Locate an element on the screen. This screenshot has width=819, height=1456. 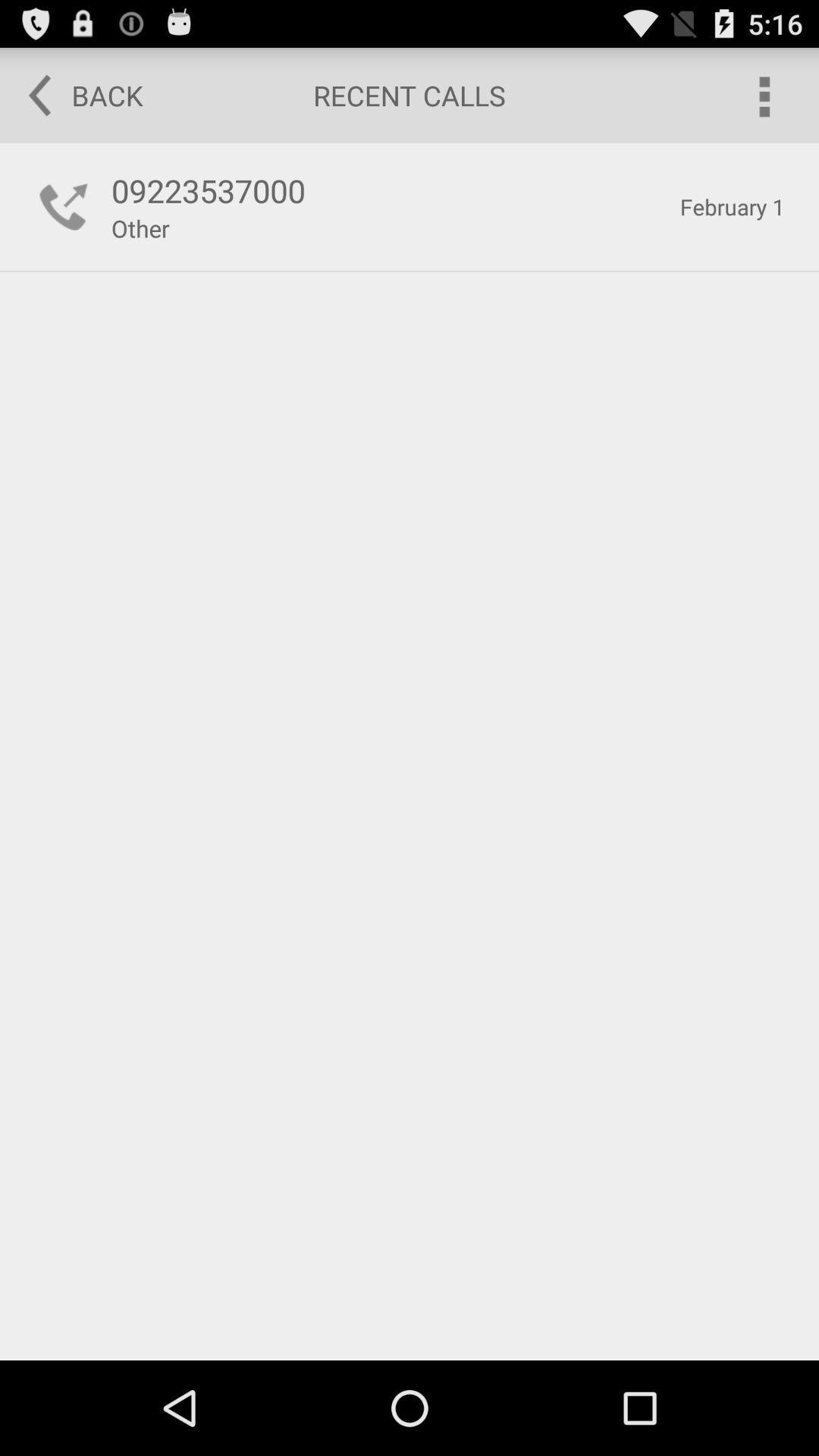
app next to february 1 item is located at coordinates (140, 227).